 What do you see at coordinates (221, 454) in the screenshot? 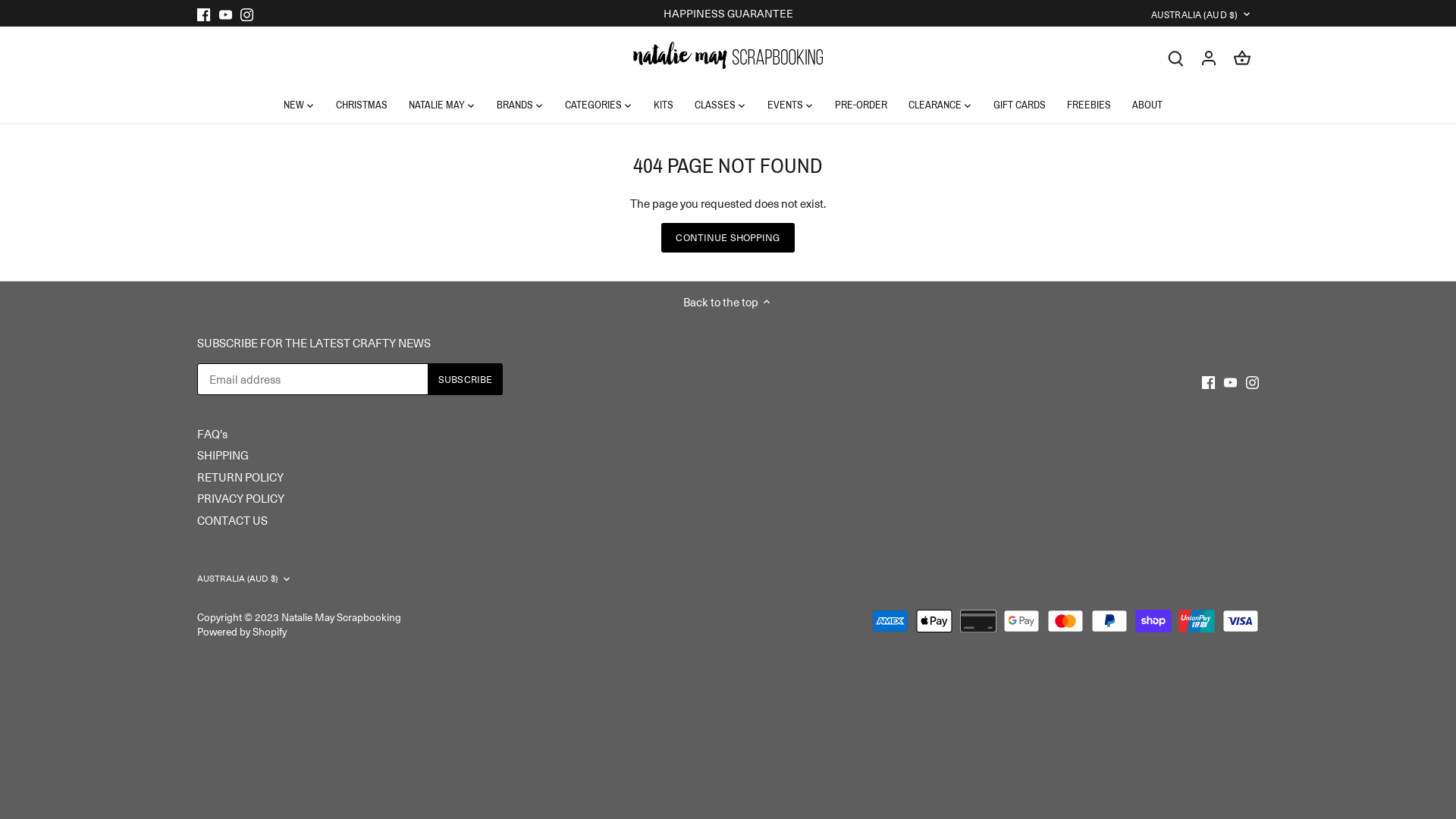
I see `'SHIPPING'` at bounding box center [221, 454].